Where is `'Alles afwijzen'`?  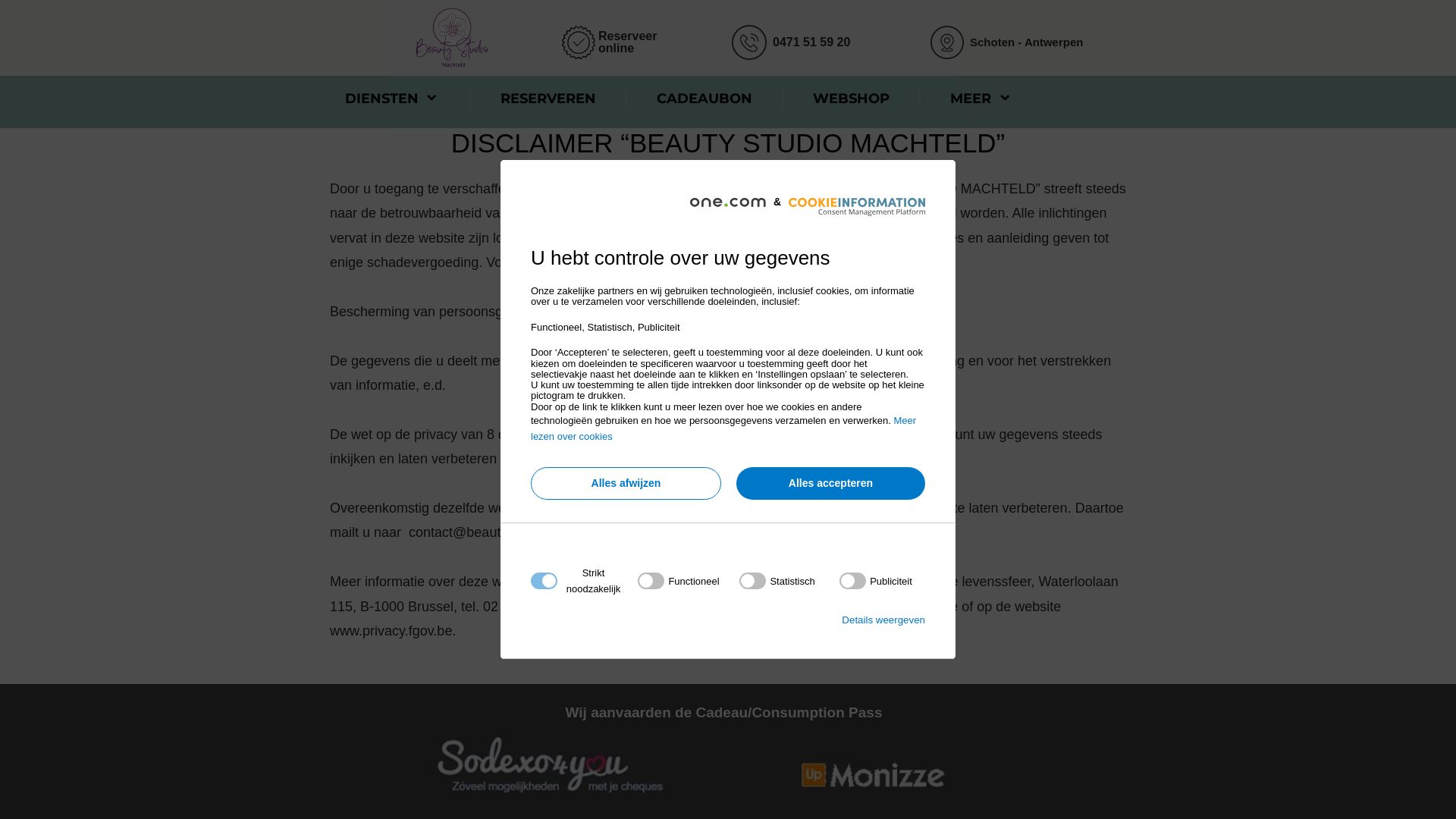
'Alles afwijzen' is located at coordinates (531, 483).